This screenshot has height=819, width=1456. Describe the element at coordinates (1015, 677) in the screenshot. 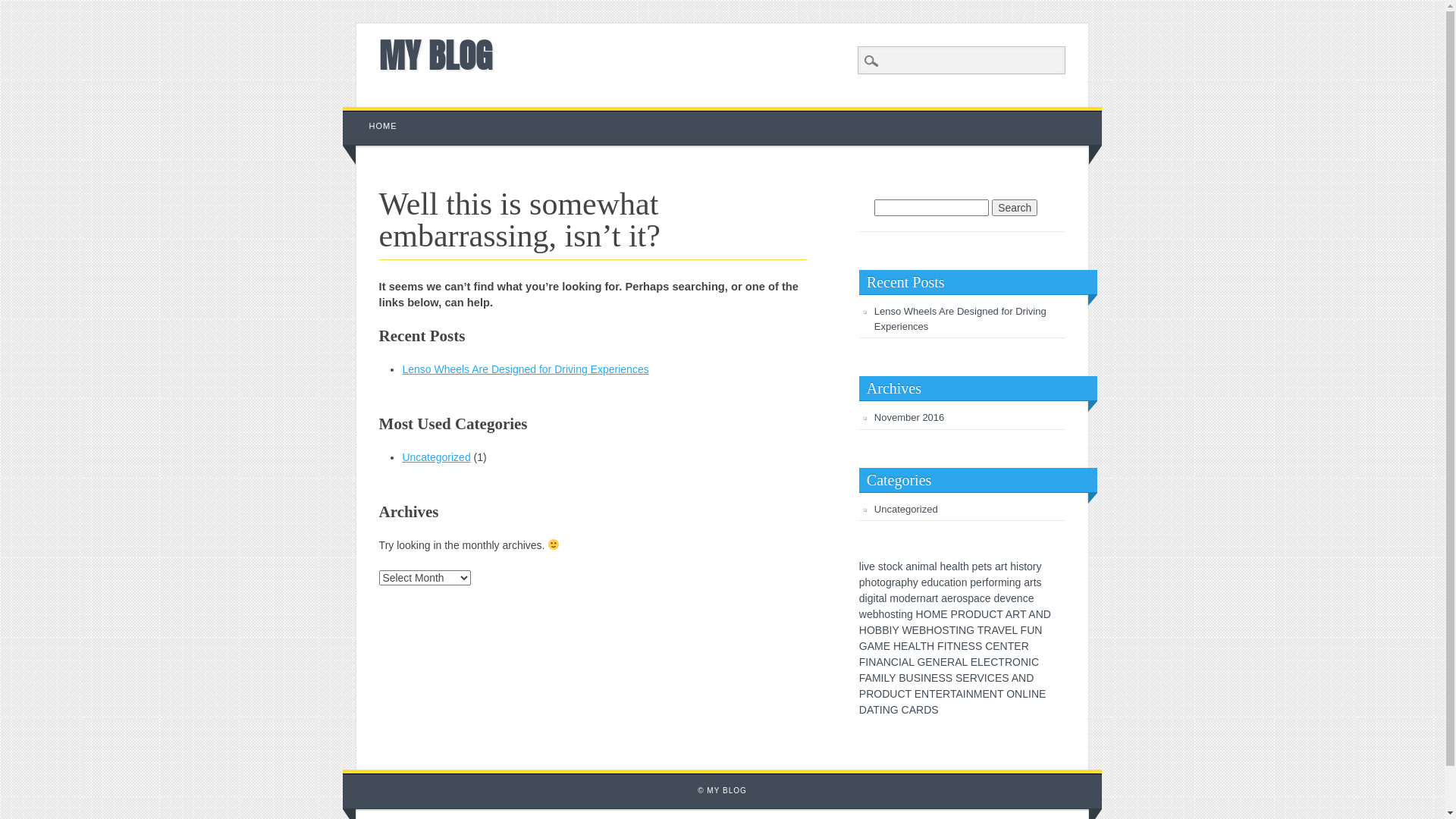

I see `'A'` at that location.